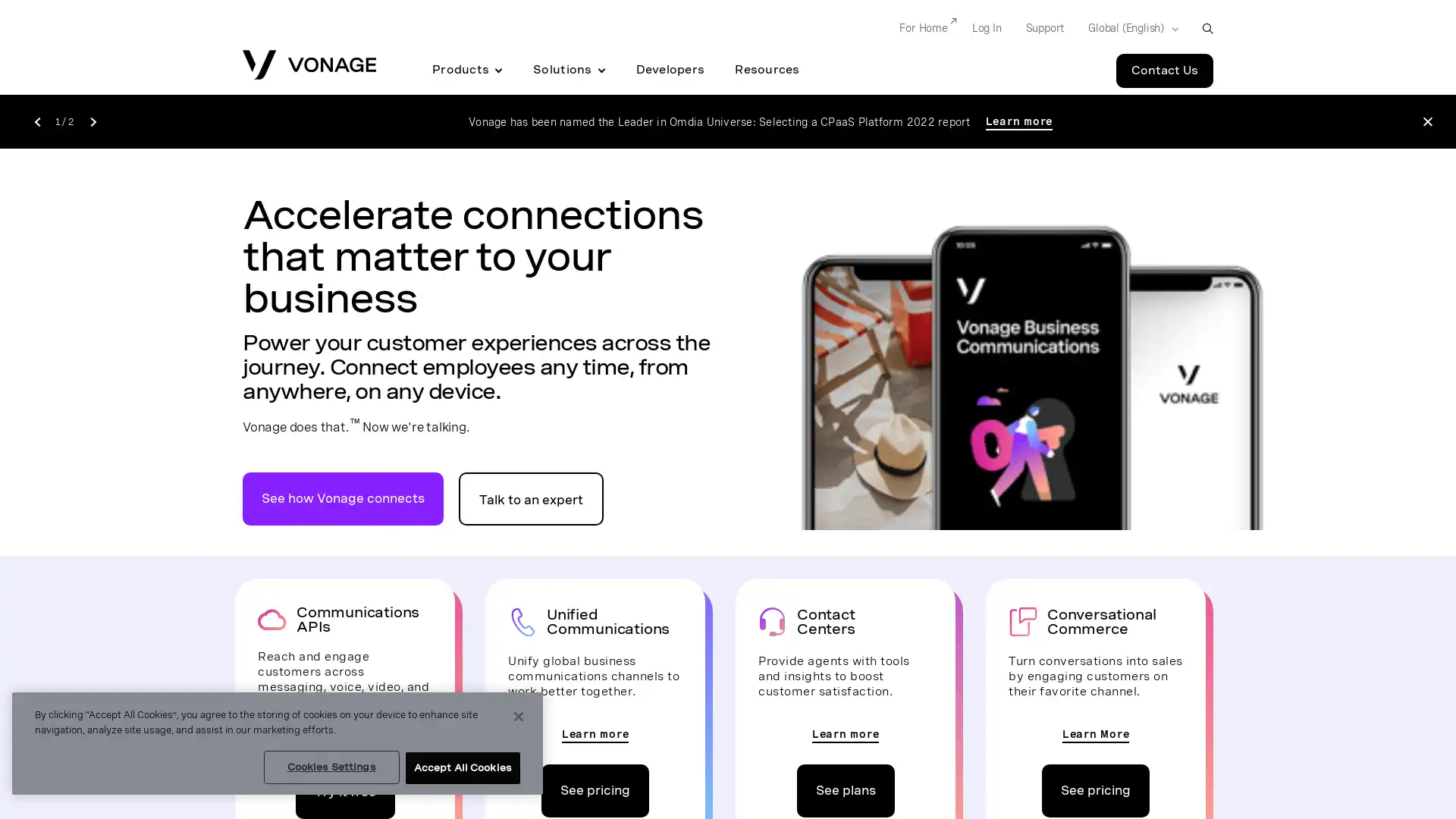  Describe the element at coordinates (1426, 121) in the screenshot. I see `Close the announcement` at that location.